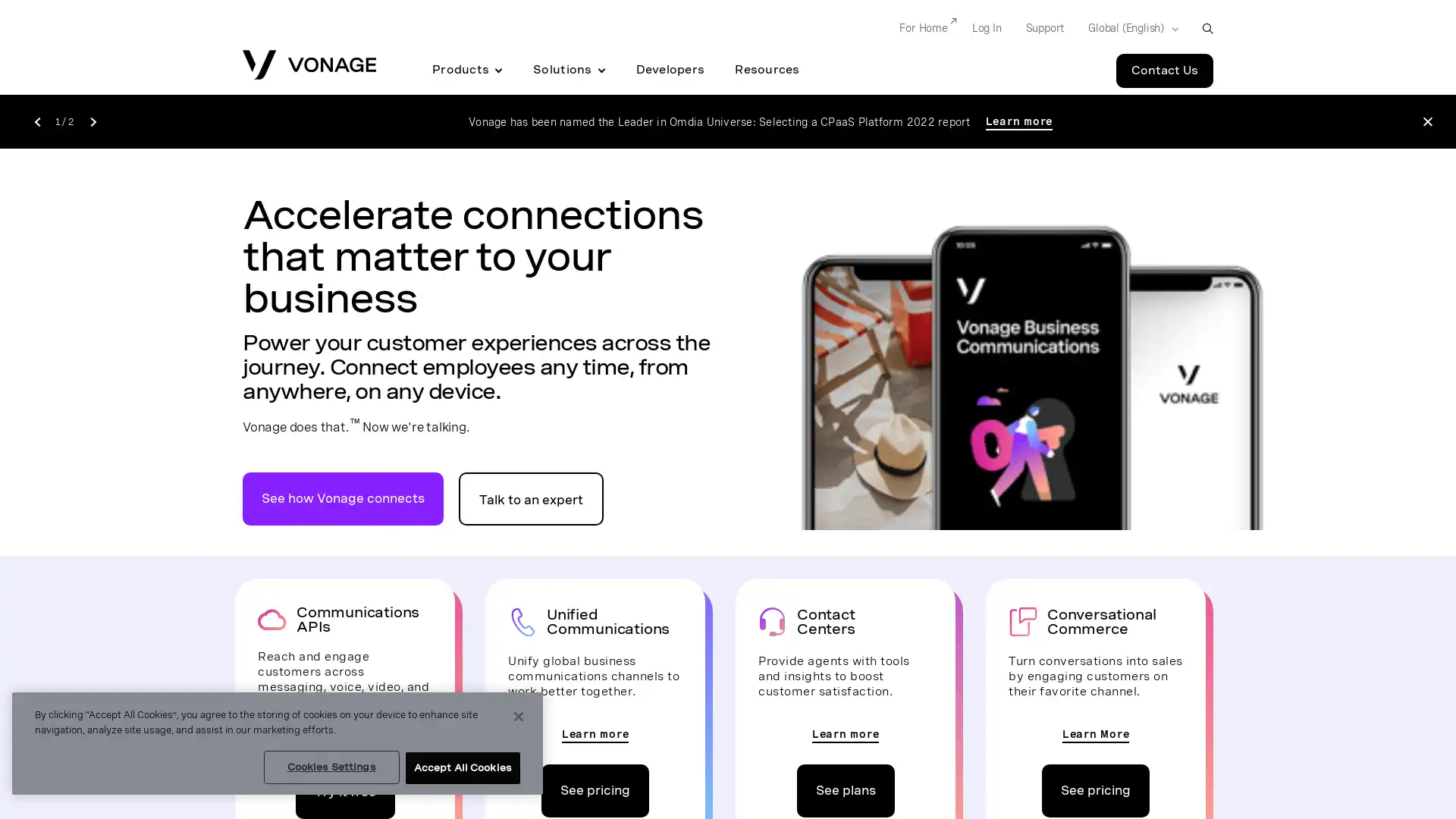  Describe the element at coordinates (1426, 121) in the screenshot. I see `Close the announcement` at that location.